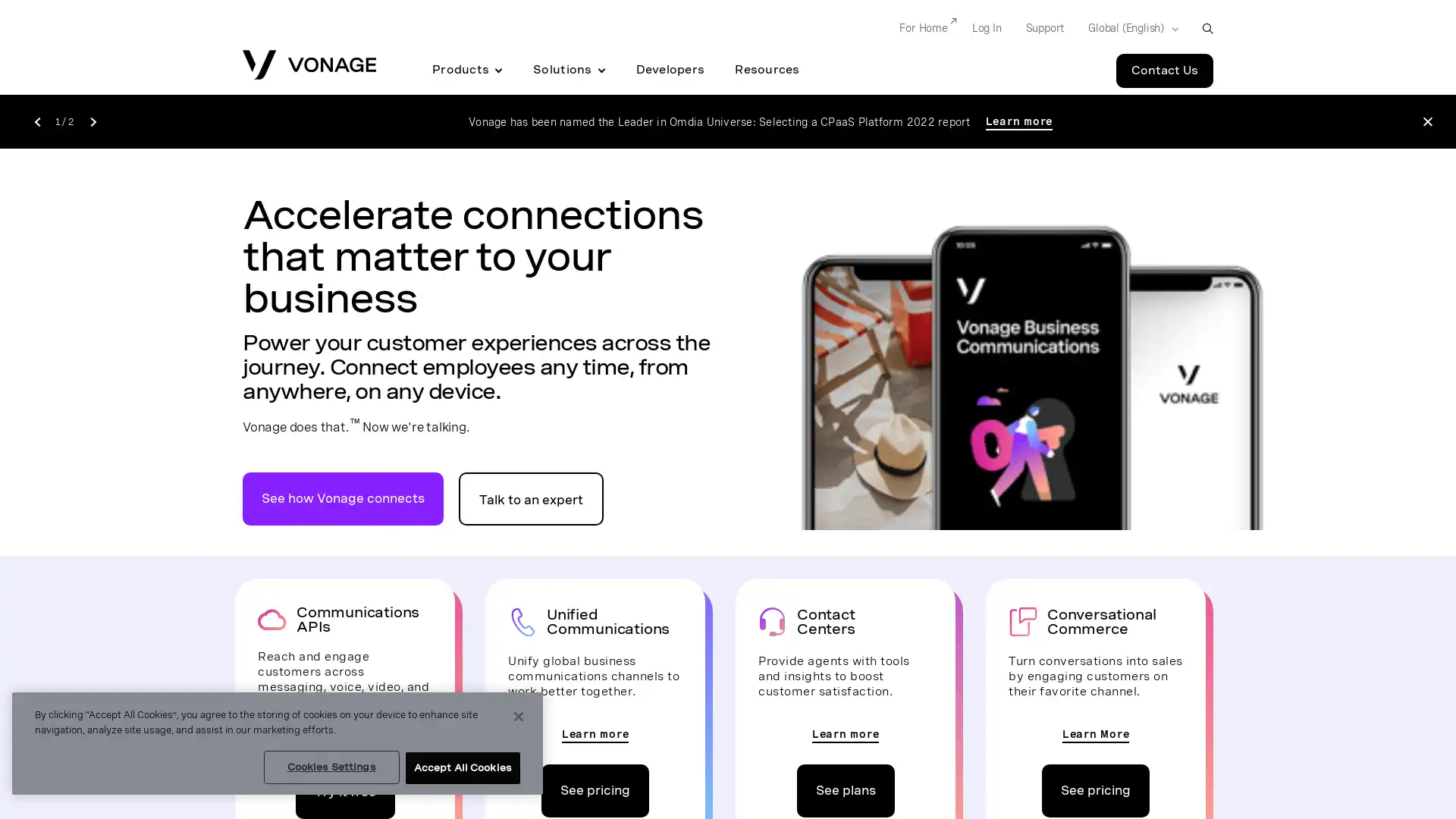  Describe the element at coordinates (1426, 121) in the screenshot. I see `Close the announcement` at that location.